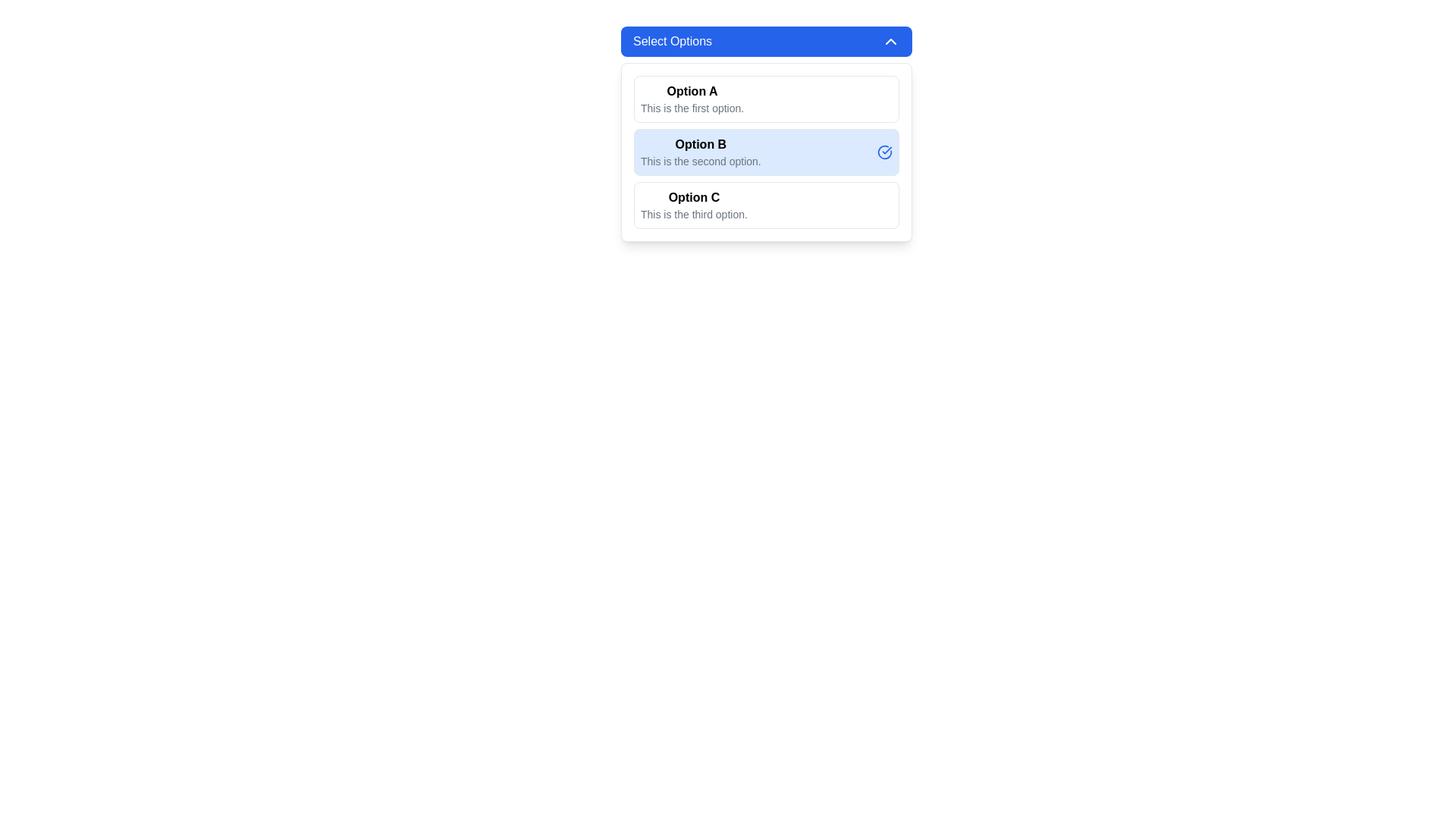 The width and height of the screenshot is (1456, 819). I want to click on the second selectable option titled 'Option B' with a description 'This is the second option' located in the light blue background under the 'Select Options' section, so click(700, 152).